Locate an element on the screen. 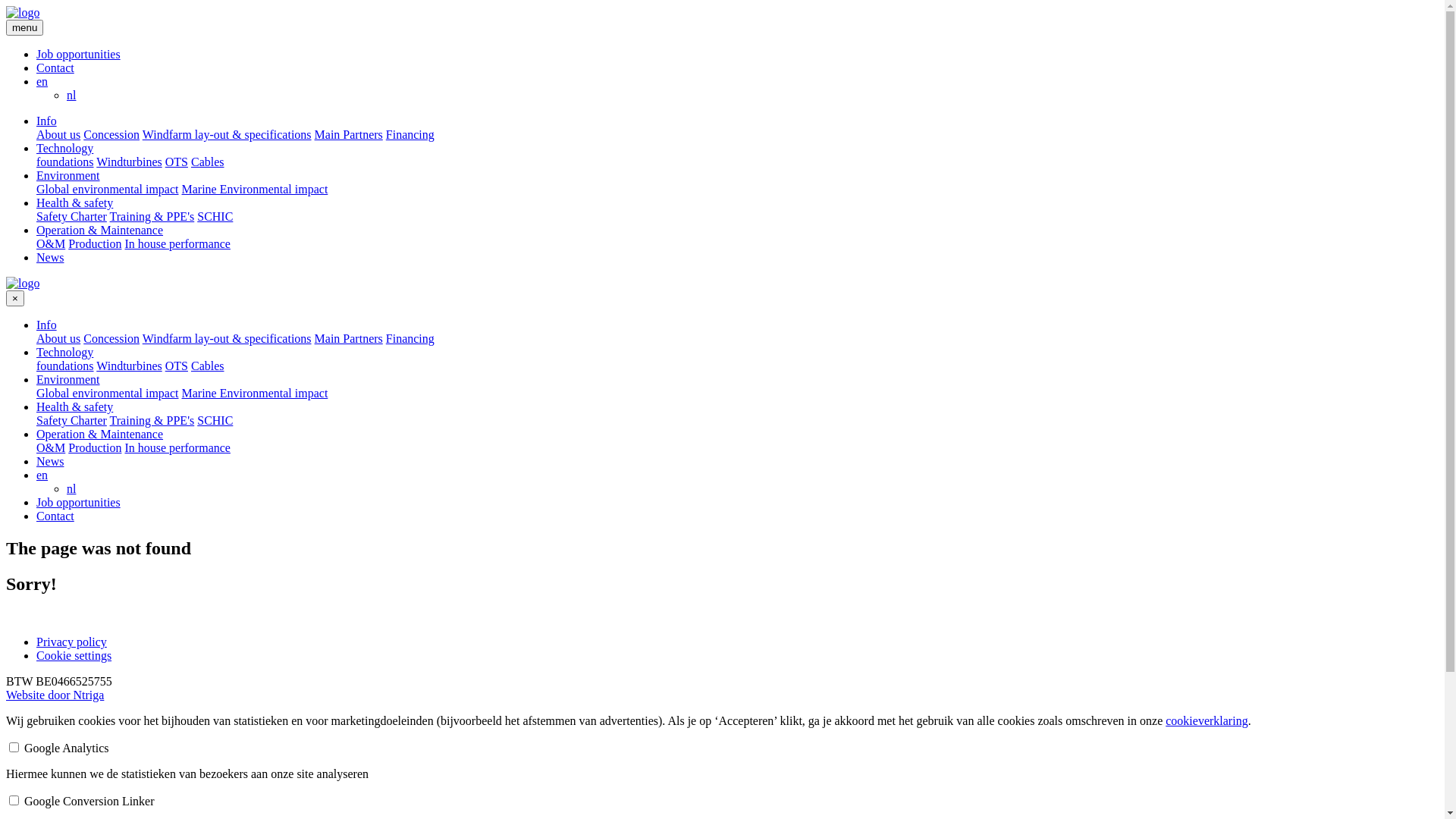  'en' is located at coordinates (36, 81).